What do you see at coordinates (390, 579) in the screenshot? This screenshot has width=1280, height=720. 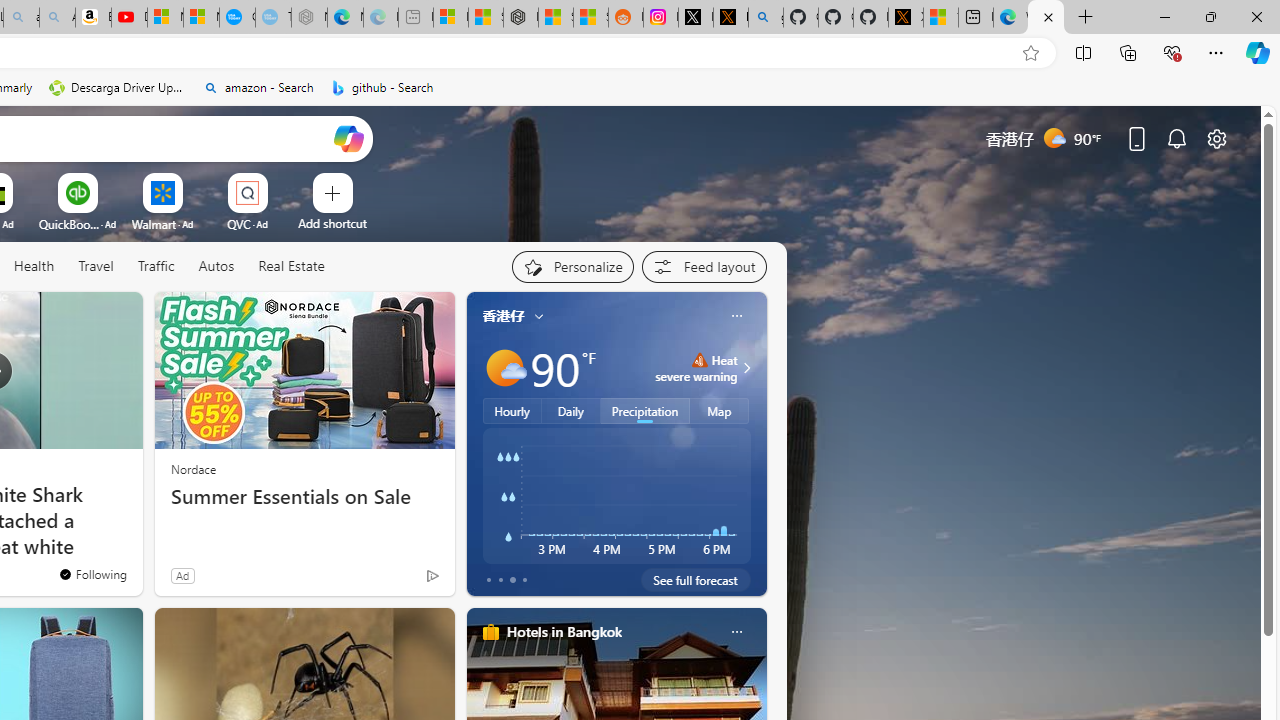 I see `'You'` at bounding box center [390, 579].